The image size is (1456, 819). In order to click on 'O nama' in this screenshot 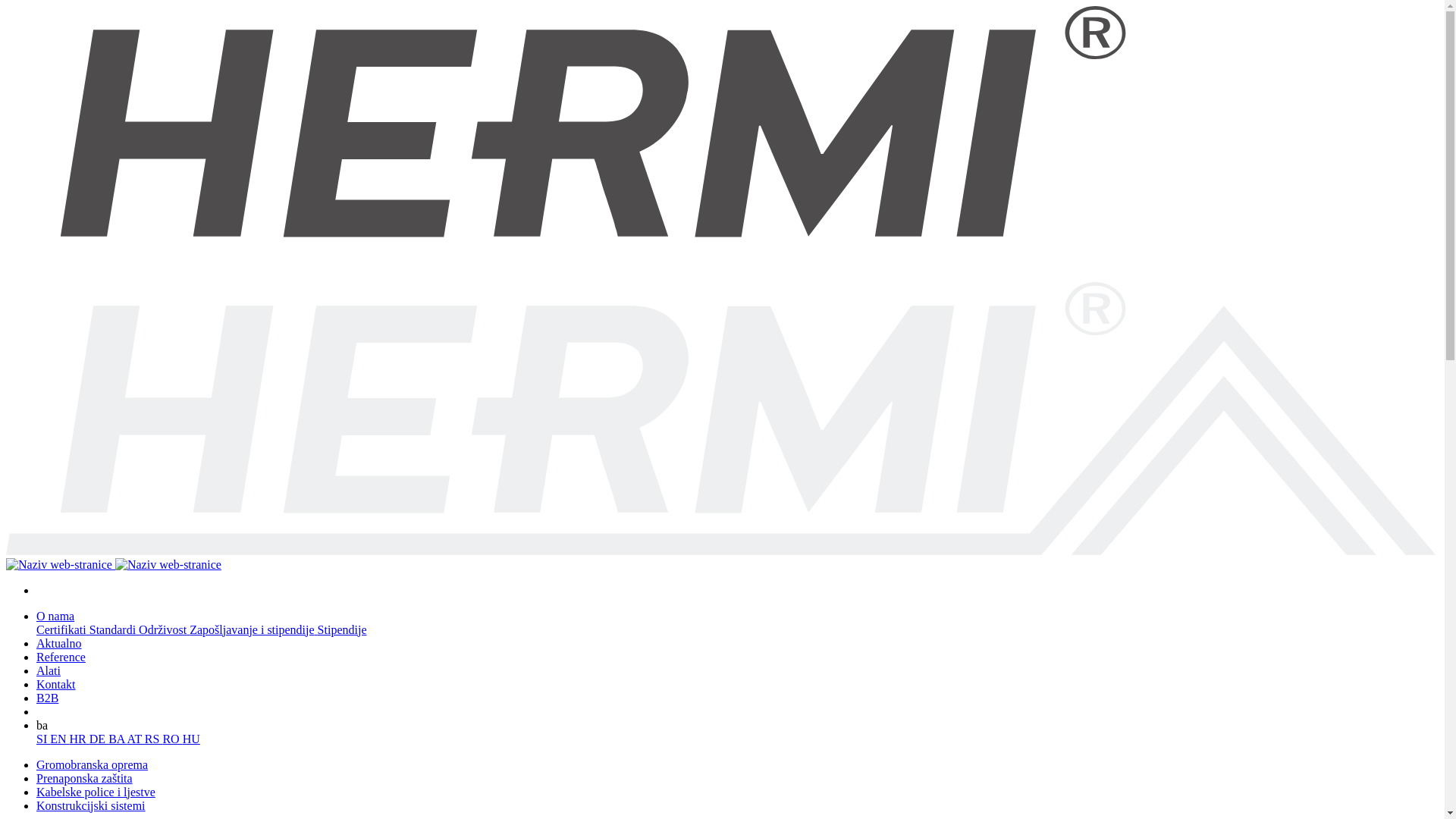, I will do `click(55, 616)`.